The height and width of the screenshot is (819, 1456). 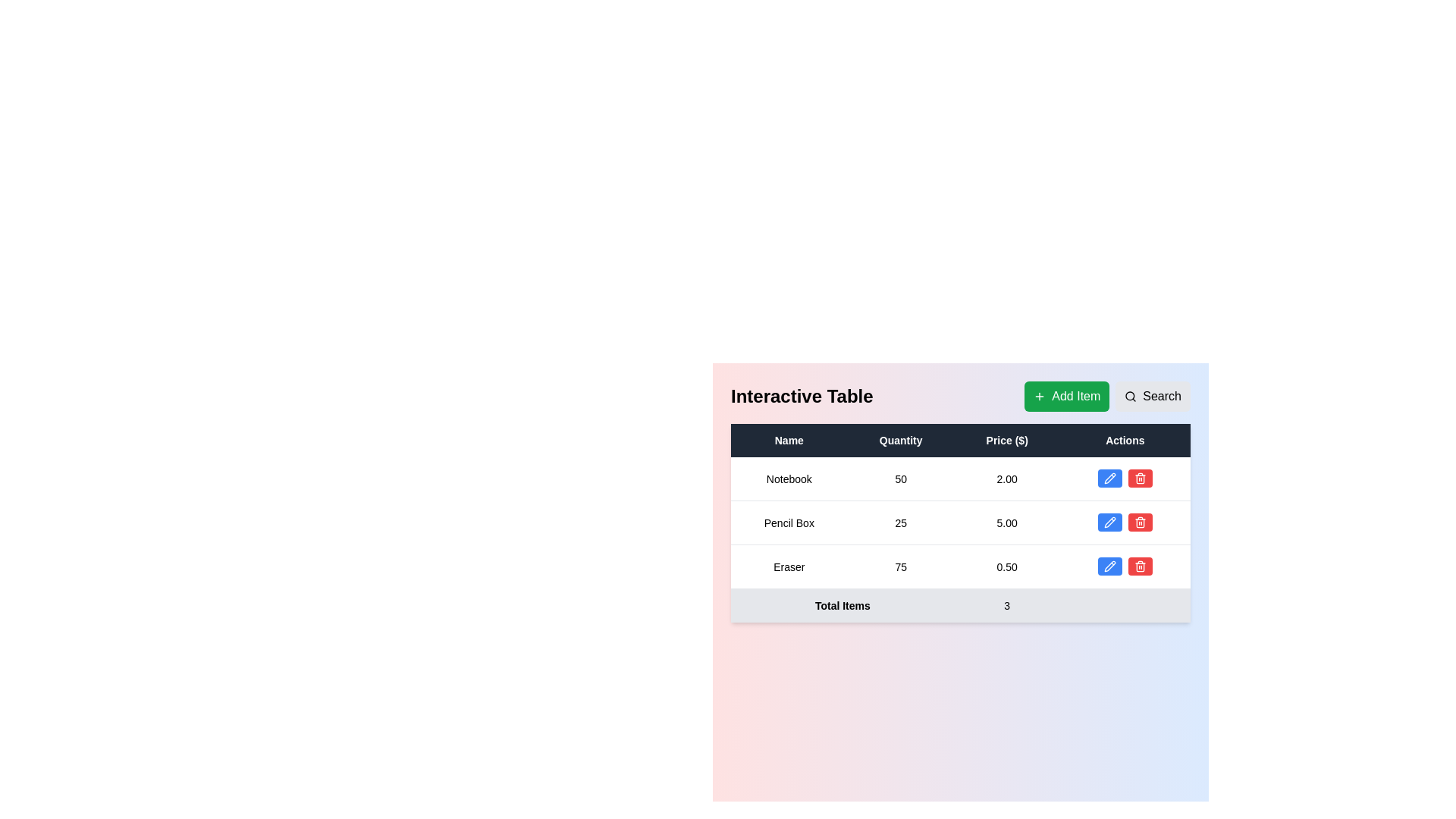 What do you see at coordinates (1066, 396) in the screenshot?
I see `the first interactive button to the left of the 'Search' button` at bounding box center [1066, 396].